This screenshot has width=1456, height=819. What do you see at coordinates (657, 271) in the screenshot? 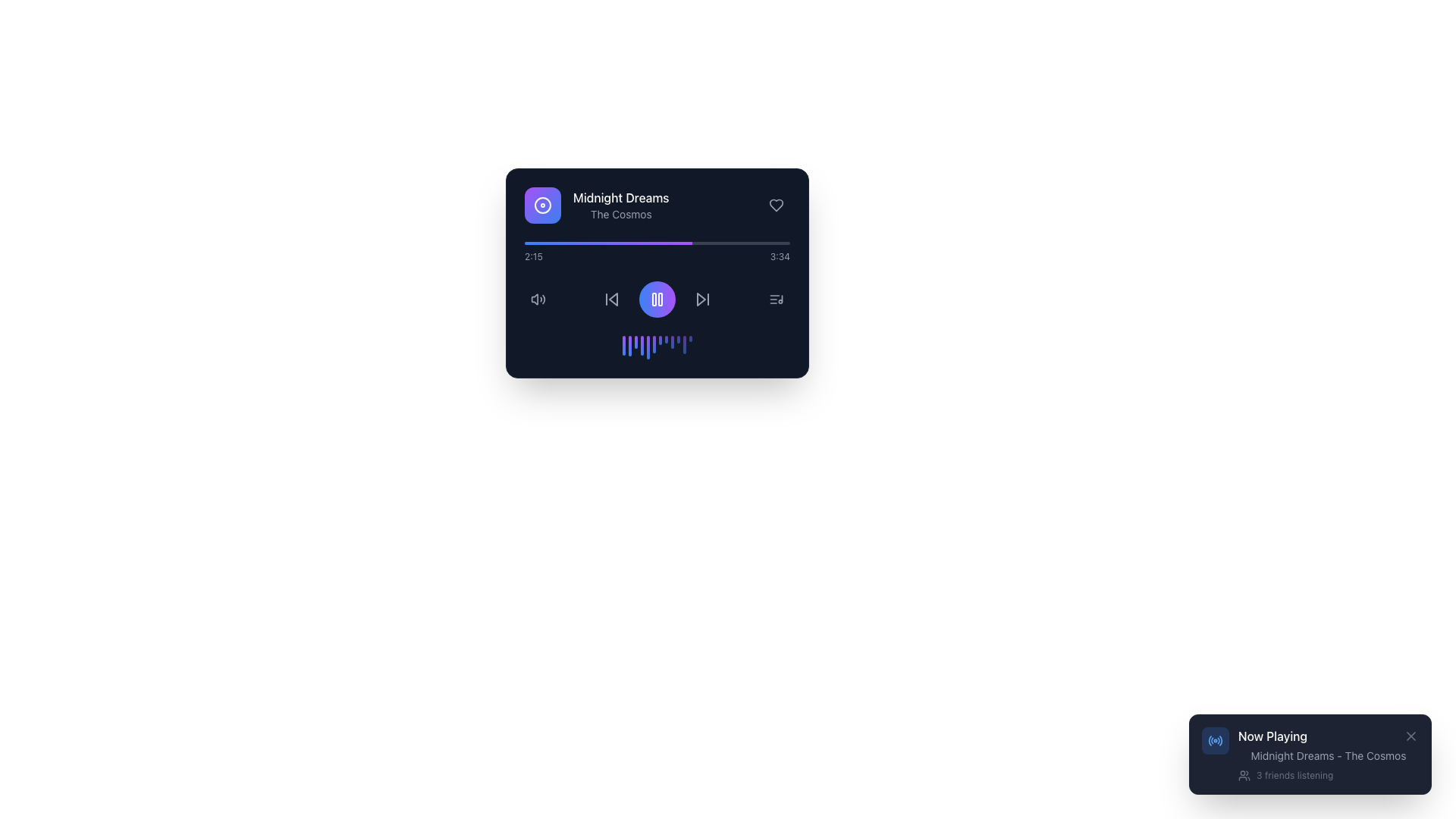
I see `the pause button in the media player interface` at bounding box center [657, 271].